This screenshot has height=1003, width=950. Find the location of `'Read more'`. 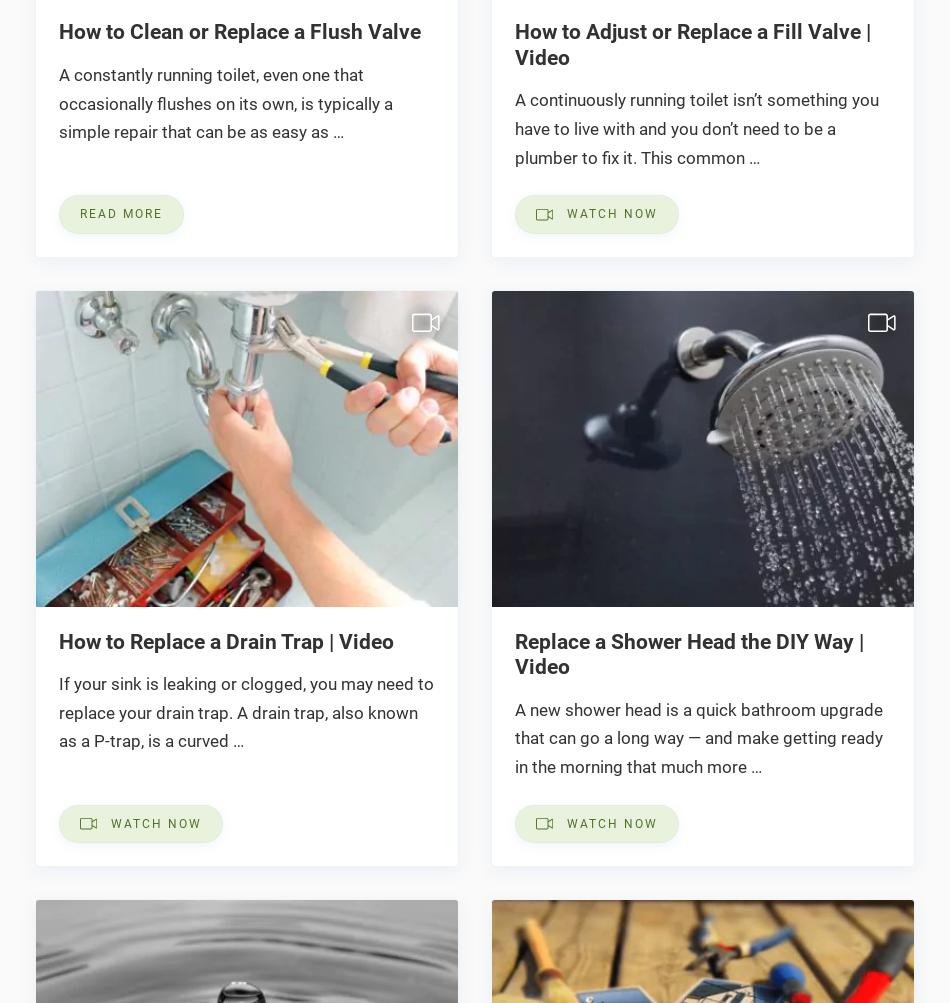

'Read more' is located at coordinates (120, 214).